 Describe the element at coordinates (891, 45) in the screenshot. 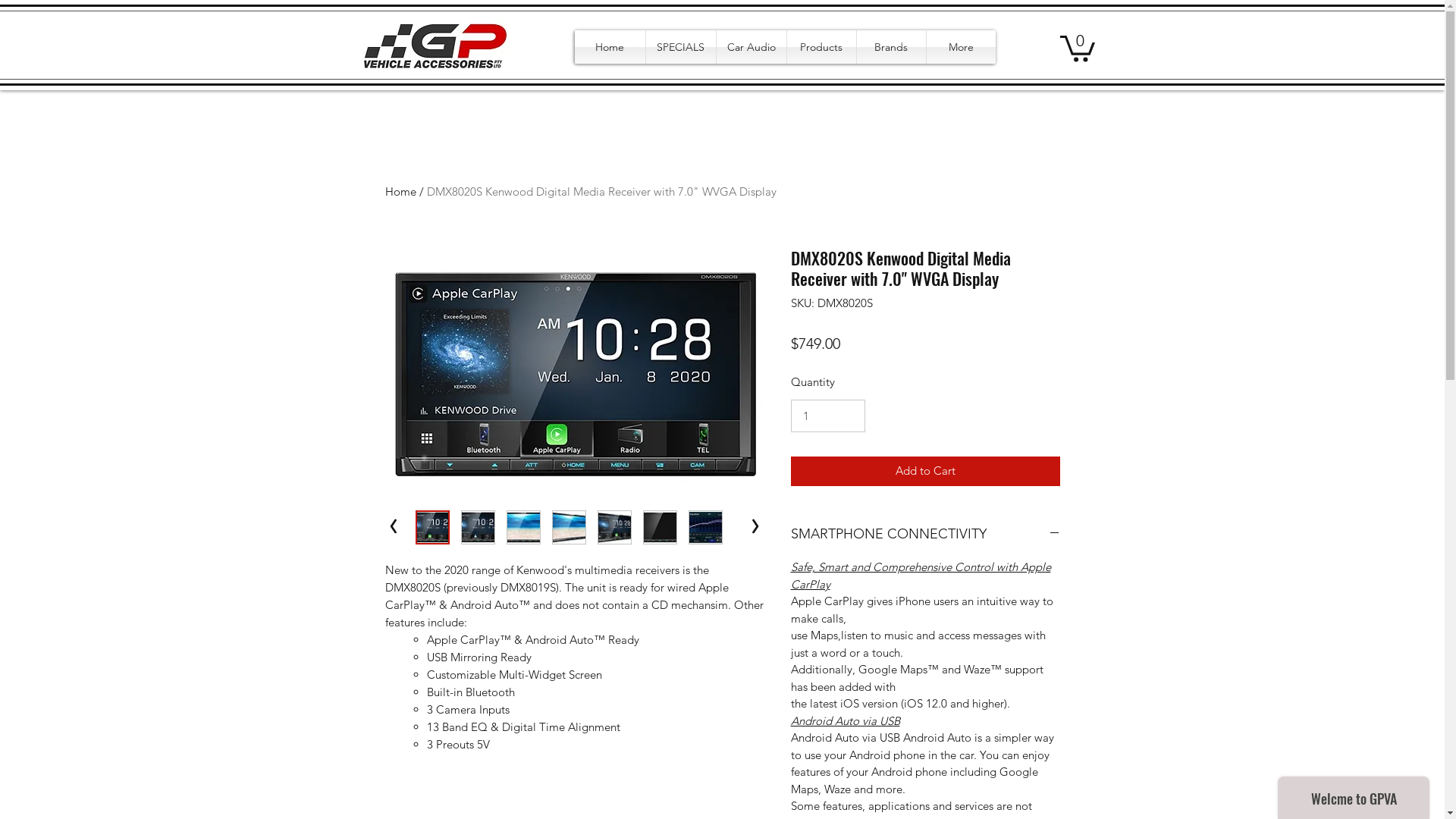

I see `'Brands'` at that location.